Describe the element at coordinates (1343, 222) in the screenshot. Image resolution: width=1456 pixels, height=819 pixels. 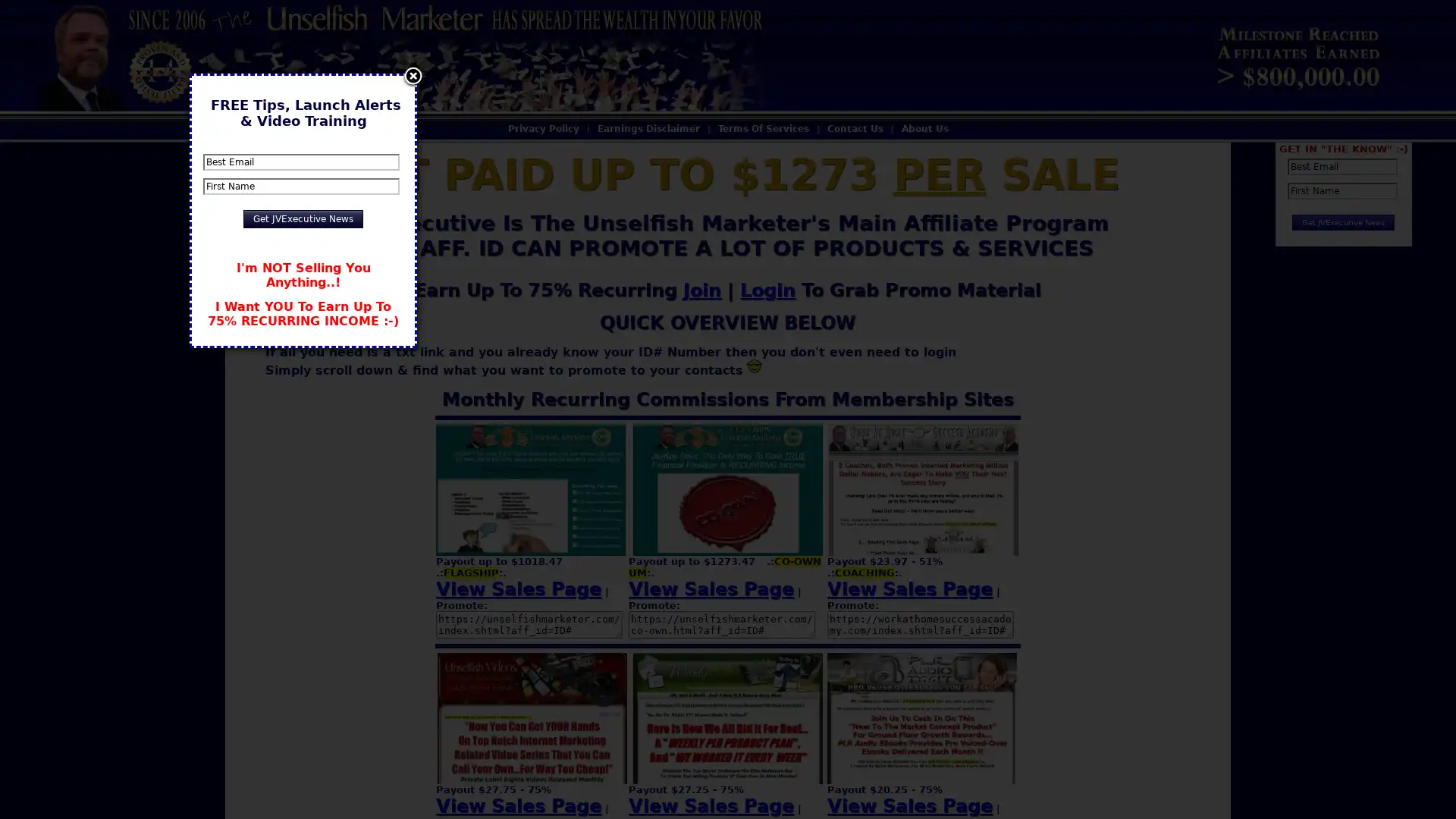
I see `Get JVExecutive News` at that location.